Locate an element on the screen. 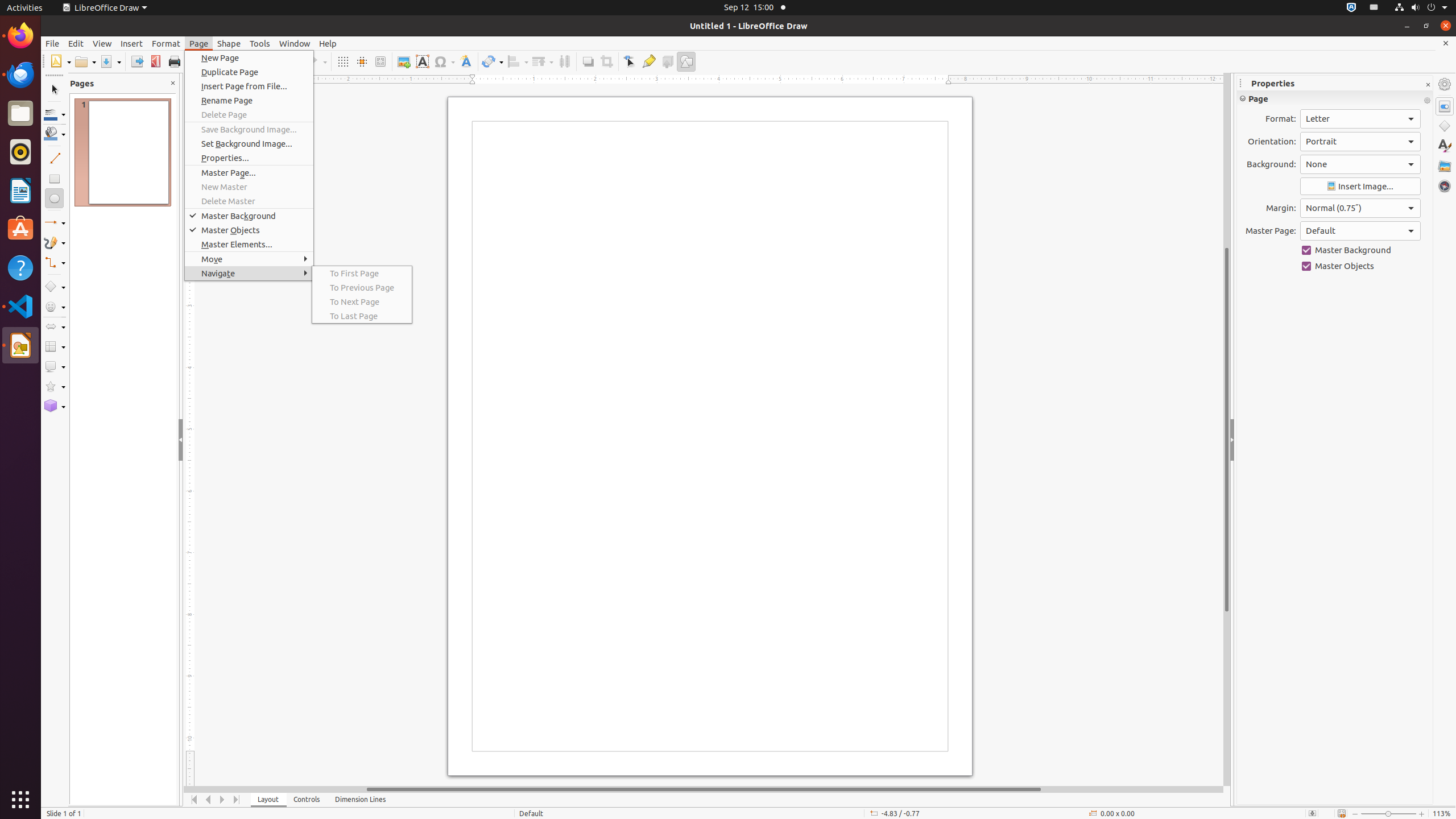 The height and width of the screenshot is (819, 1456). ':1.72/StatusNotifierItem' is located at coordinates (1350, 7).